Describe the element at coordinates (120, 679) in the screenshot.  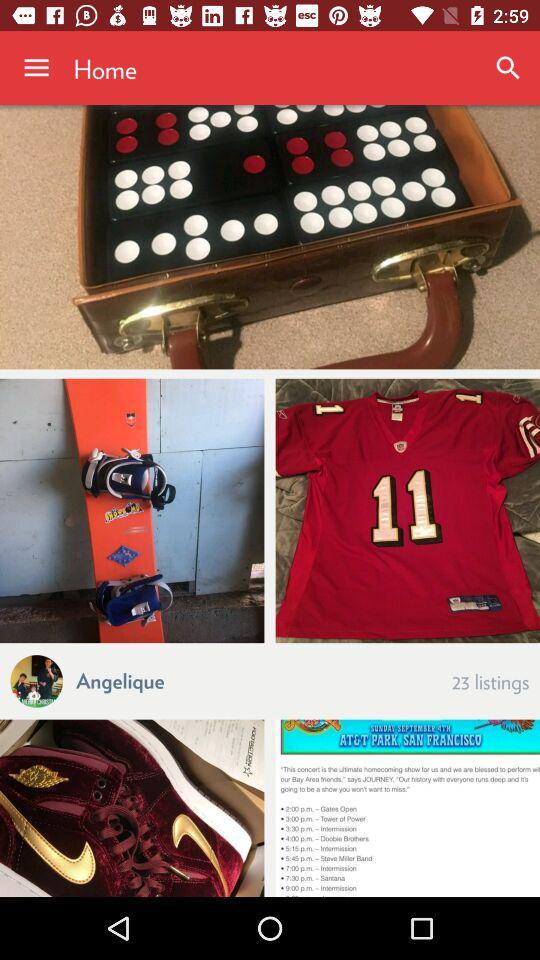
I see `the icon next to 23 listings icon` at that location.